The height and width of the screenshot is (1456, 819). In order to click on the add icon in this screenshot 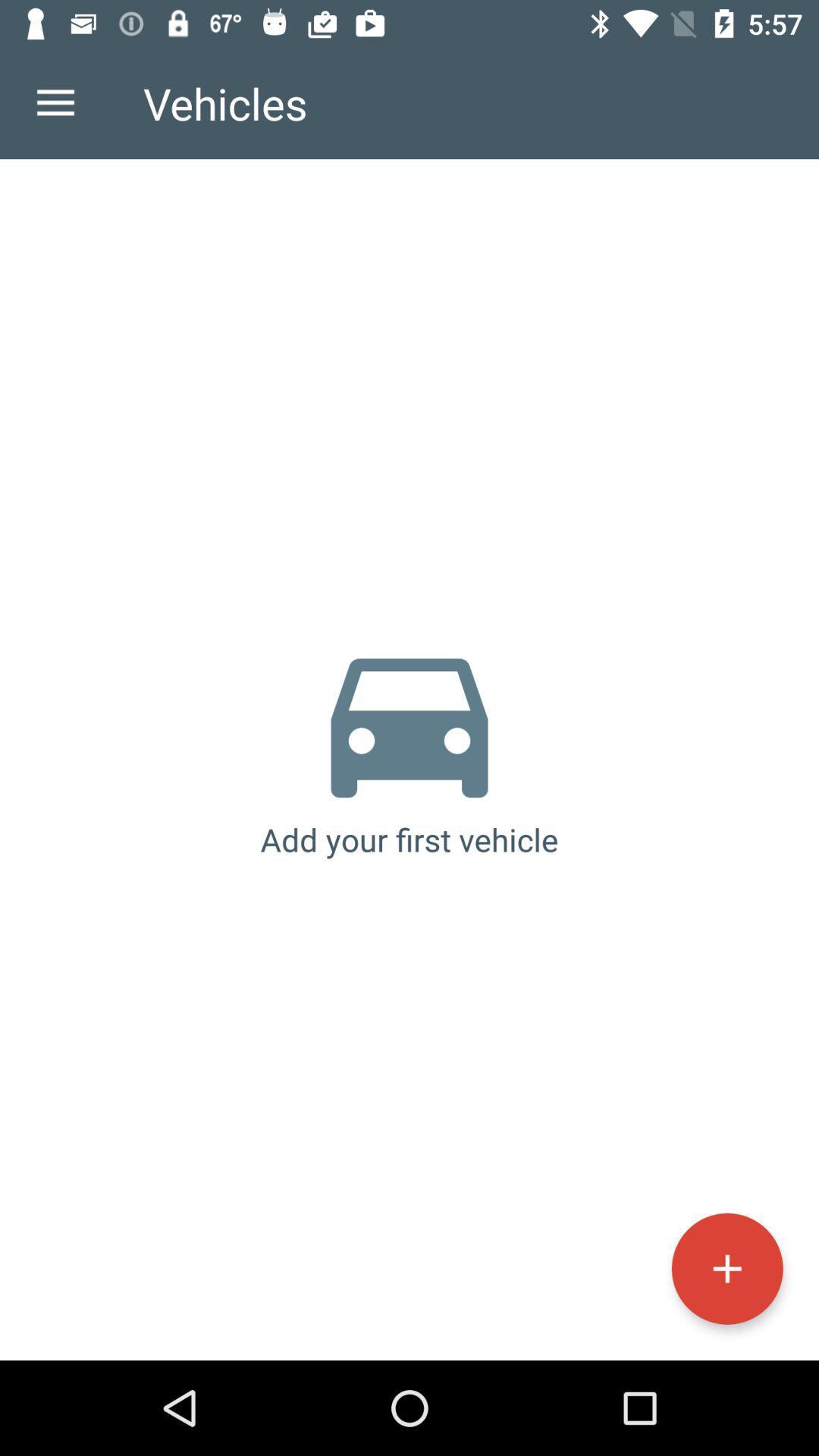, I will do `click(726, 1269)`.